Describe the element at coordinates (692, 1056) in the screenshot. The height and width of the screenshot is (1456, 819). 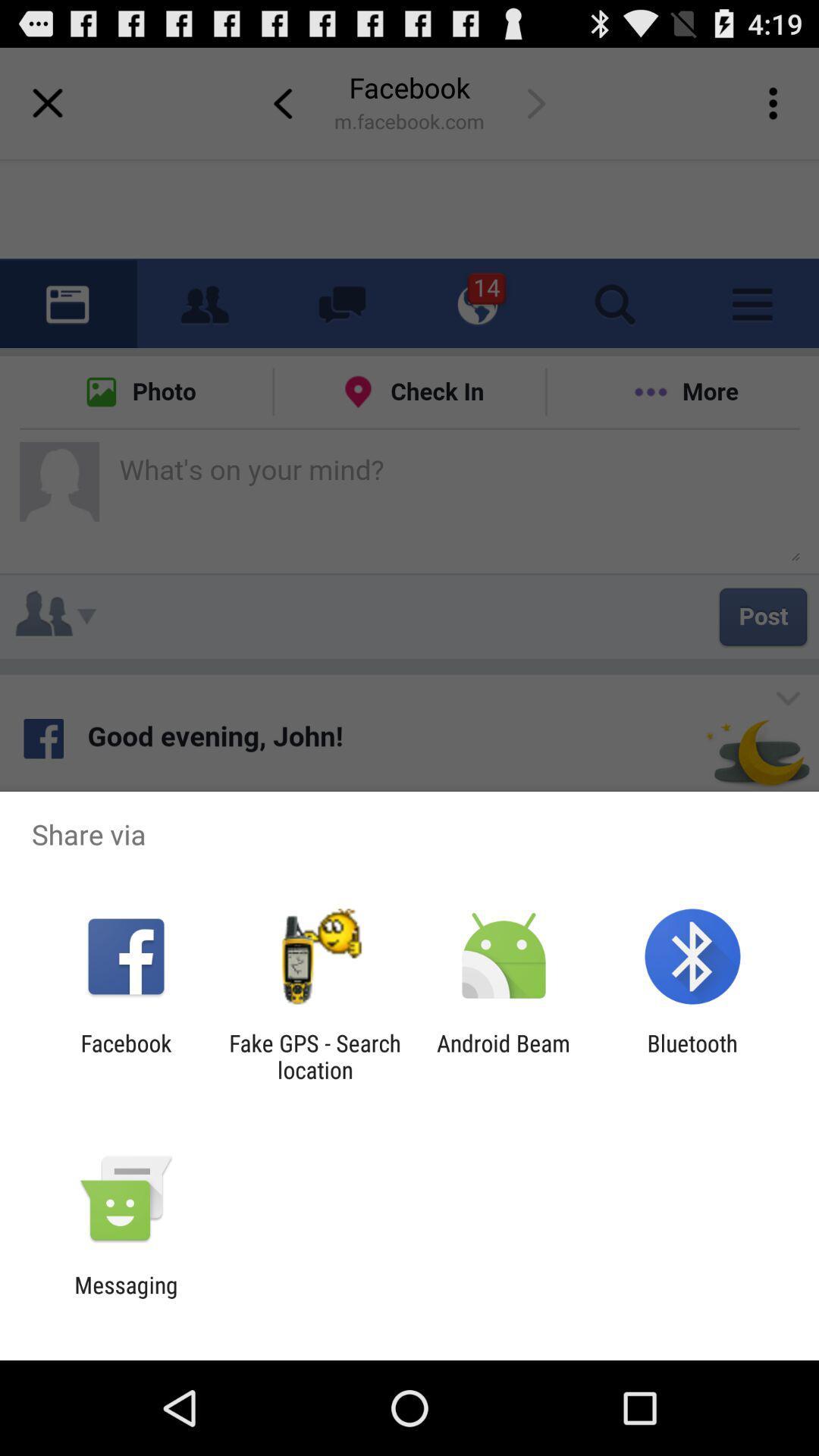
I see `the item to the right of android beam item` at that location.